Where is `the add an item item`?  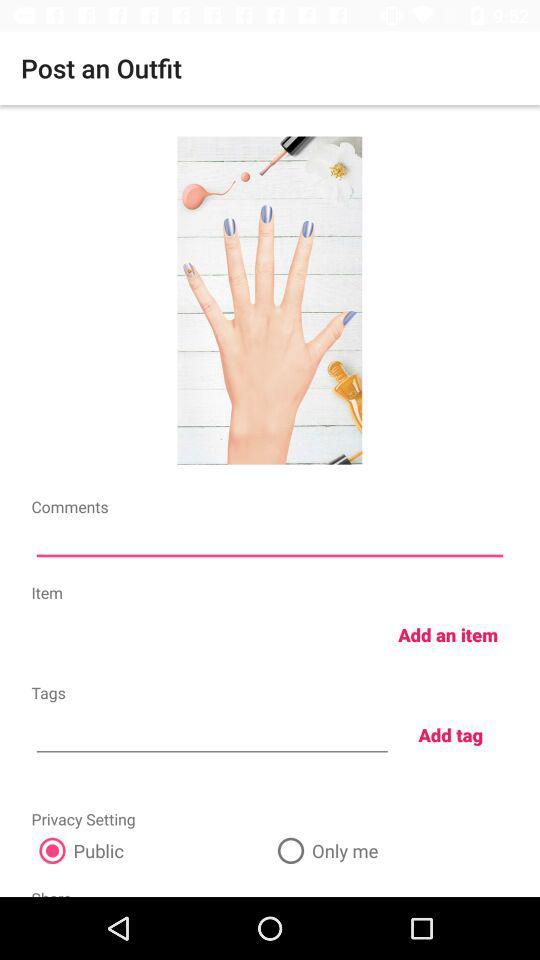 the add an item item is located at coordinates (448, 633).